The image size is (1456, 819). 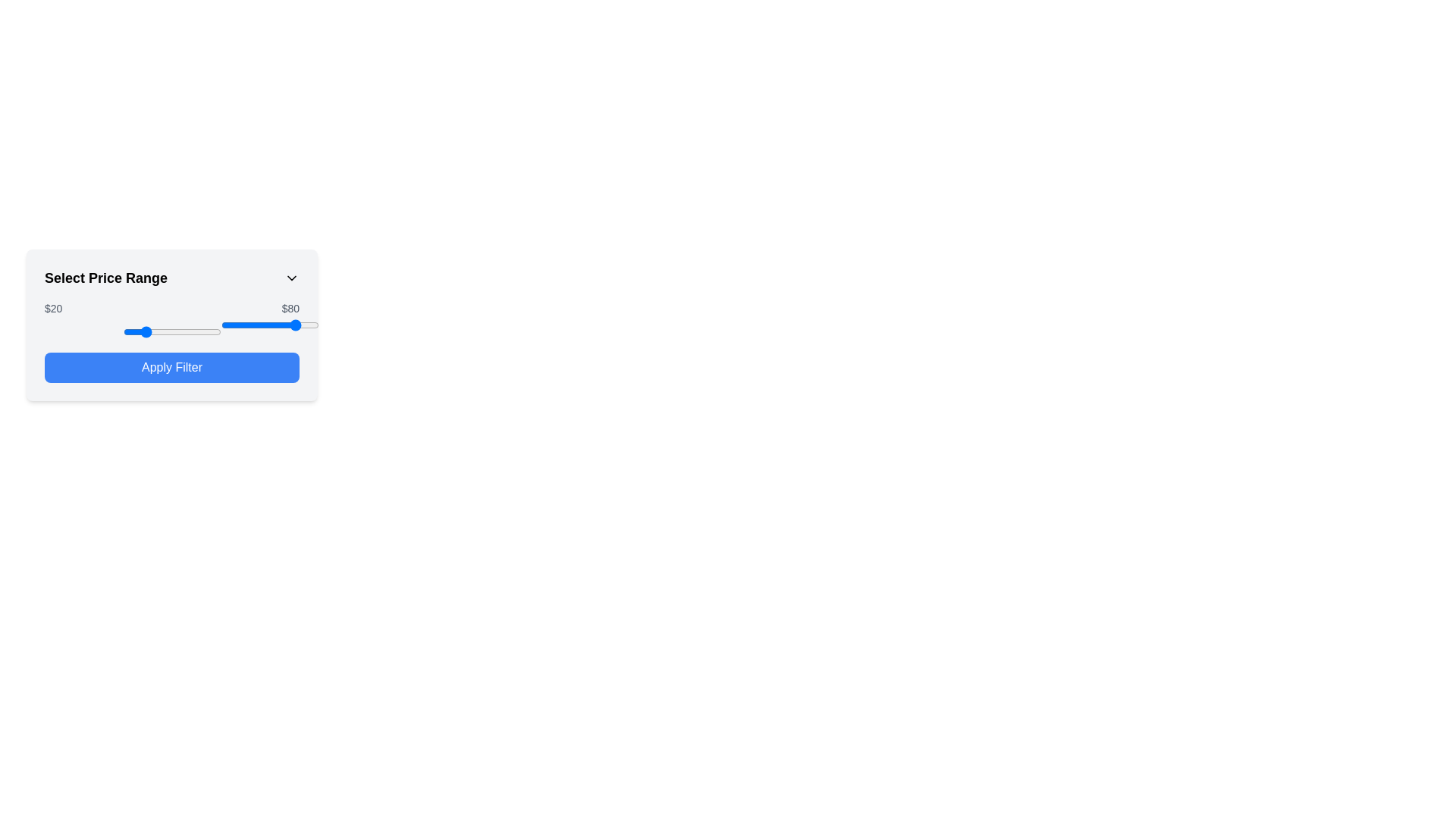 What do you see at coordinates (216, 331) in the screenshot?
I see `the slider value` at bounding box center [216, 331].